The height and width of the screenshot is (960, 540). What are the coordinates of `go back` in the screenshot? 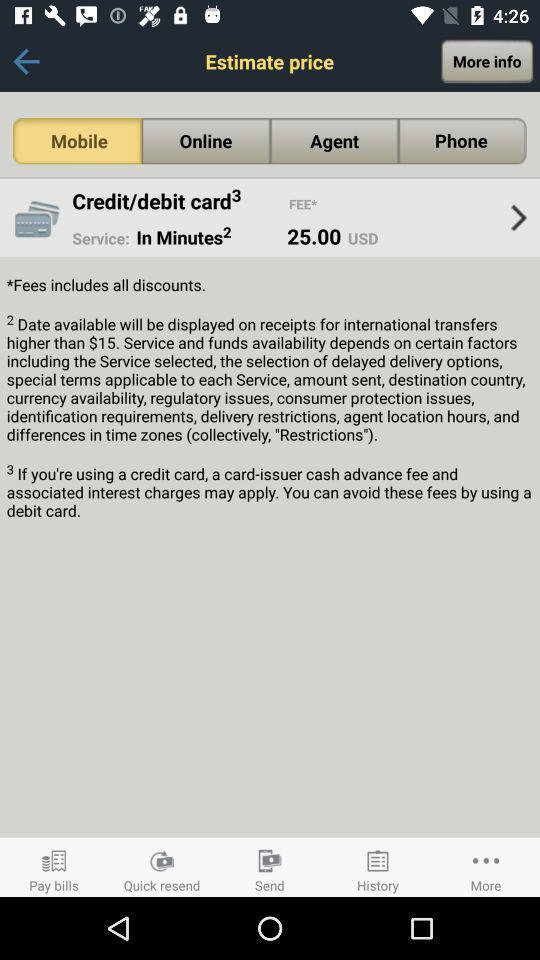 It's located at (25, 61).